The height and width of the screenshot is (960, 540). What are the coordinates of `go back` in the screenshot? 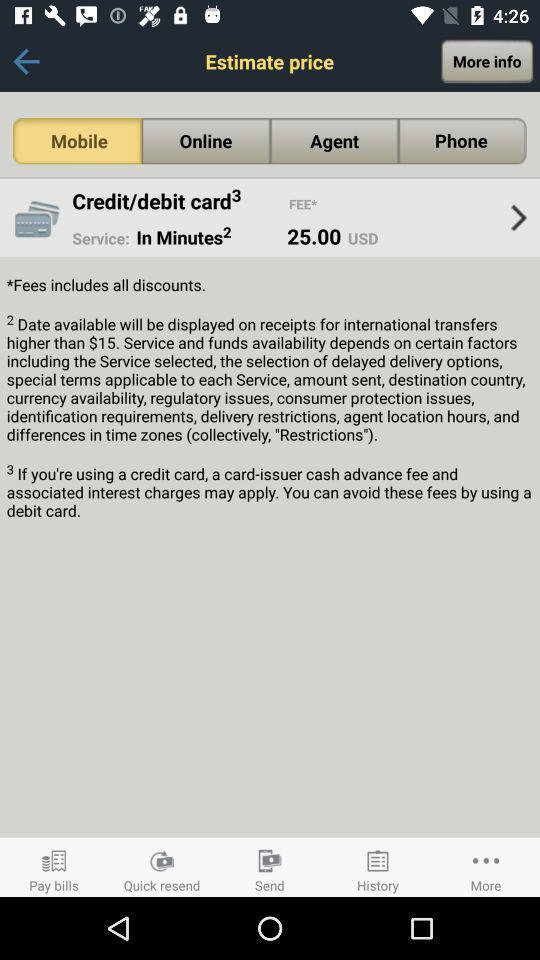 It's located at (25, 61).